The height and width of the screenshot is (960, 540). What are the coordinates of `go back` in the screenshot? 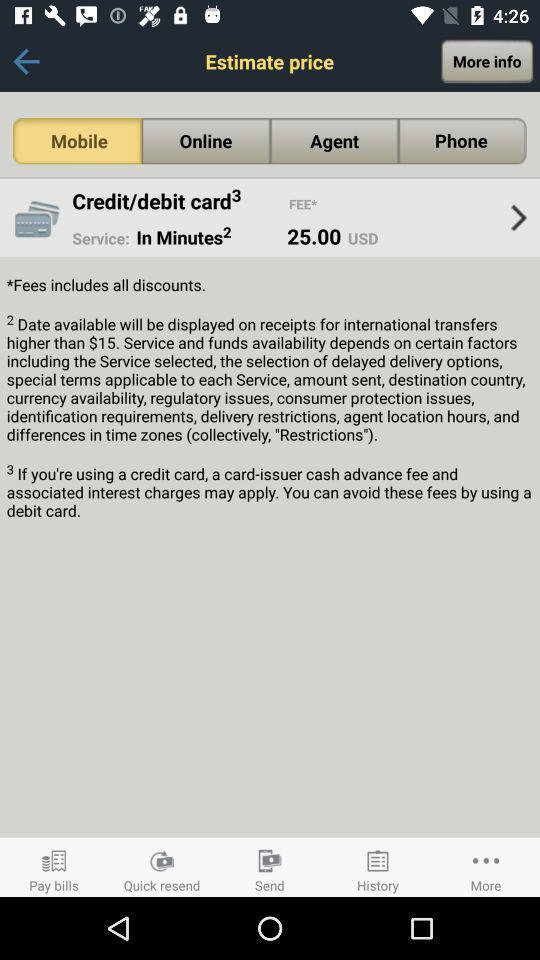 It's located at (25, 61).